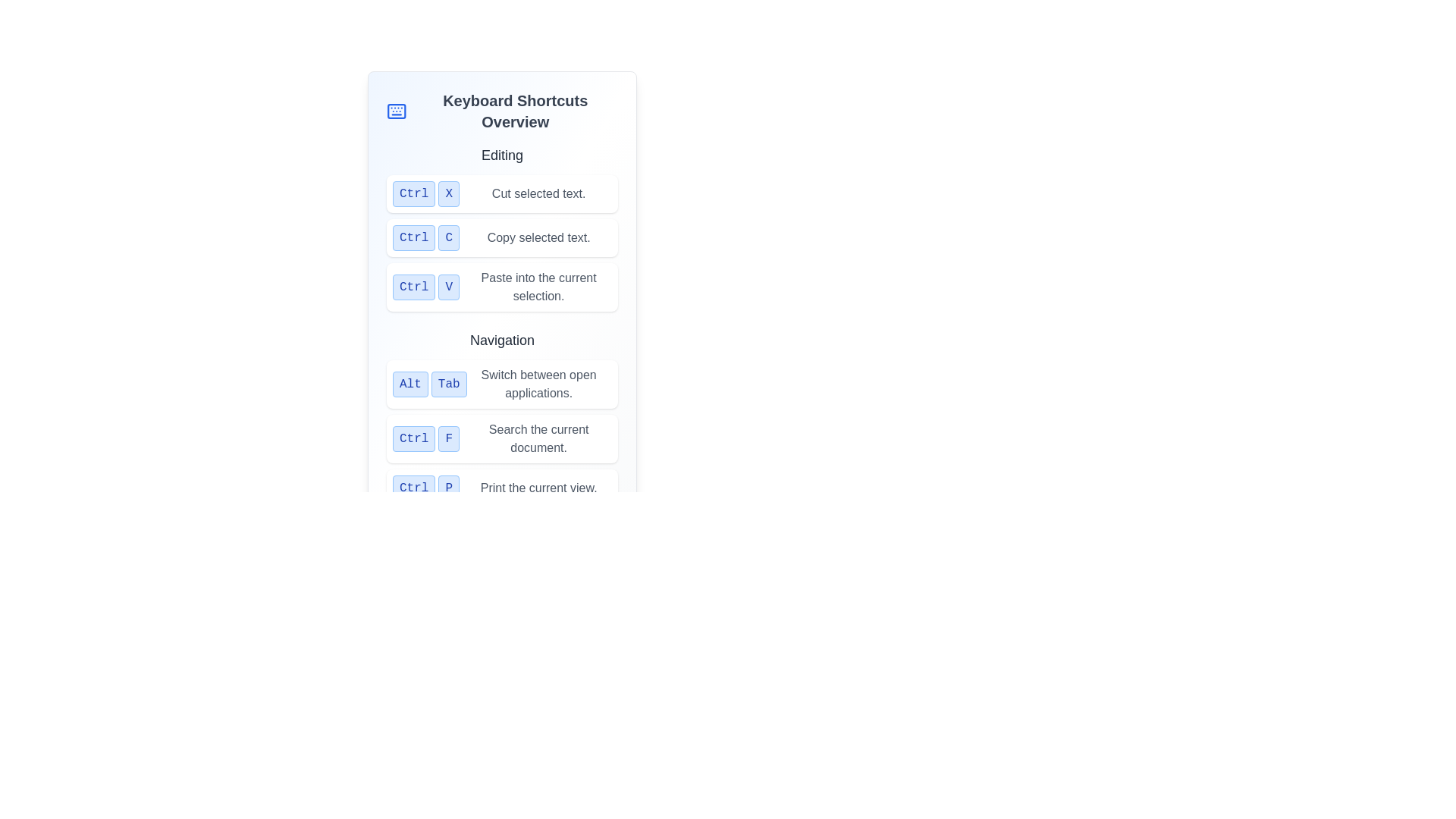 This screenshot has height=819, width=1456. Describe the element at coordinates (428, 287) in the screenshot. I see `the styled text element representing the keyboard shortcut 'Ctrl + V', which is located in the middle section of the interface within the 'Editing' category, positioned below 'Ctrl + C' and above 'Alt + Tab'` at that location.